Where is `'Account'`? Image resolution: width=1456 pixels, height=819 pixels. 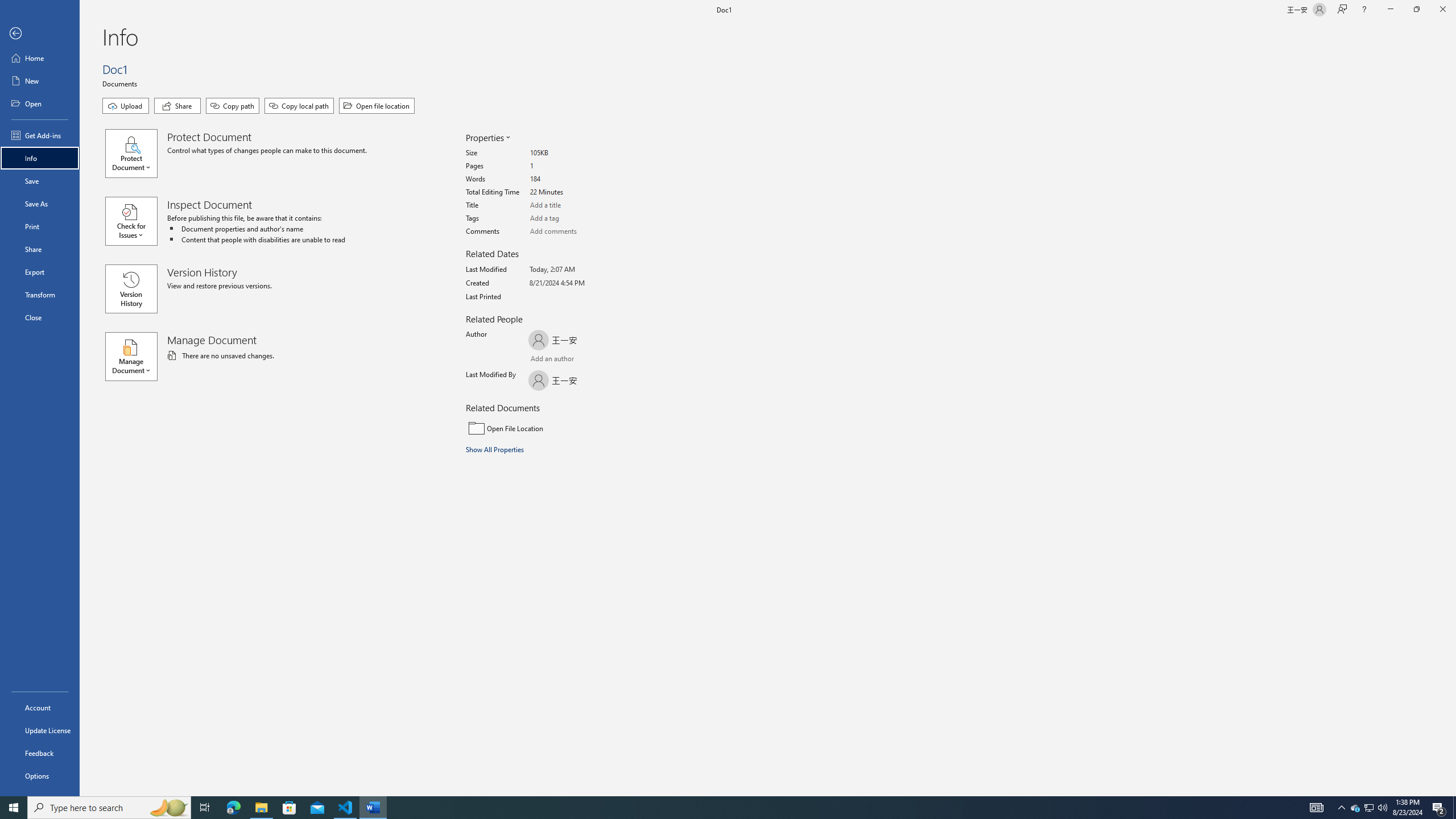 'Account' is located at coordinates (39, 708).